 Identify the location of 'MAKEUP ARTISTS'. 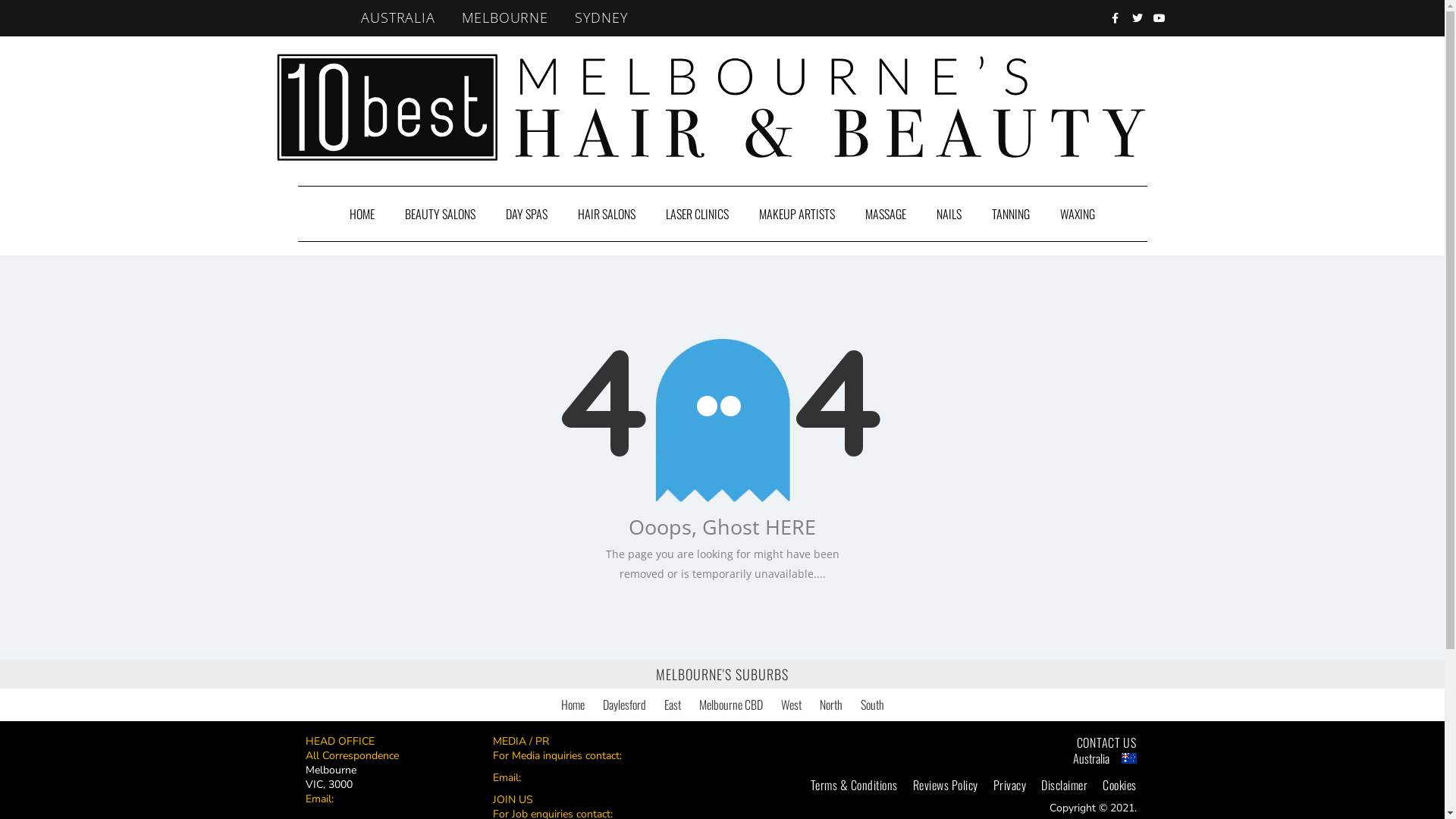
(796, 213).